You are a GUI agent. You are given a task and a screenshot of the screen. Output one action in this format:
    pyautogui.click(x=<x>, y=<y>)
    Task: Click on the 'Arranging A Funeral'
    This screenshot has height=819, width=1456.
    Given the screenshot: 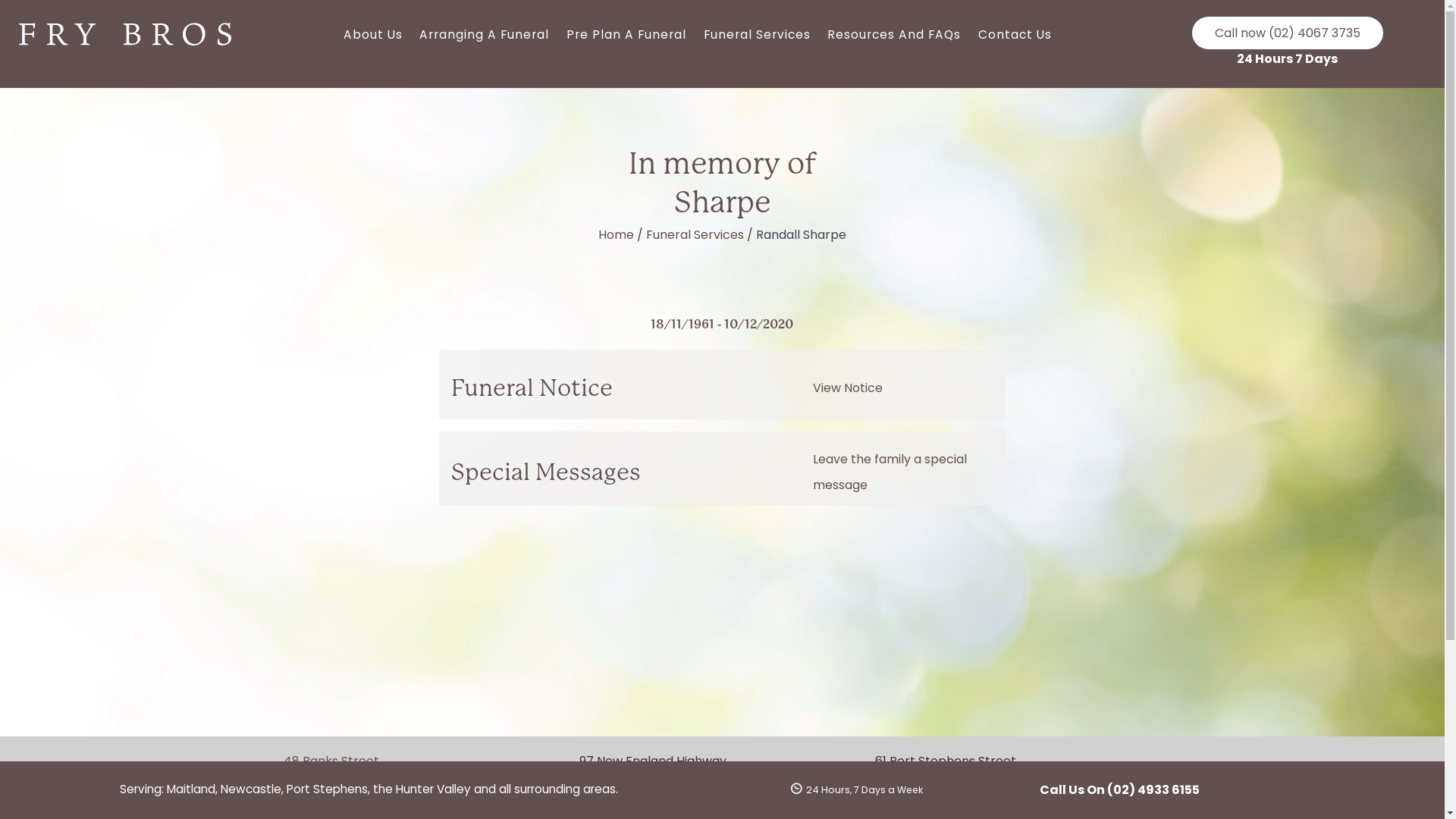 What is the action you would take?
    pyautogui.click(x=483, y=34)
    